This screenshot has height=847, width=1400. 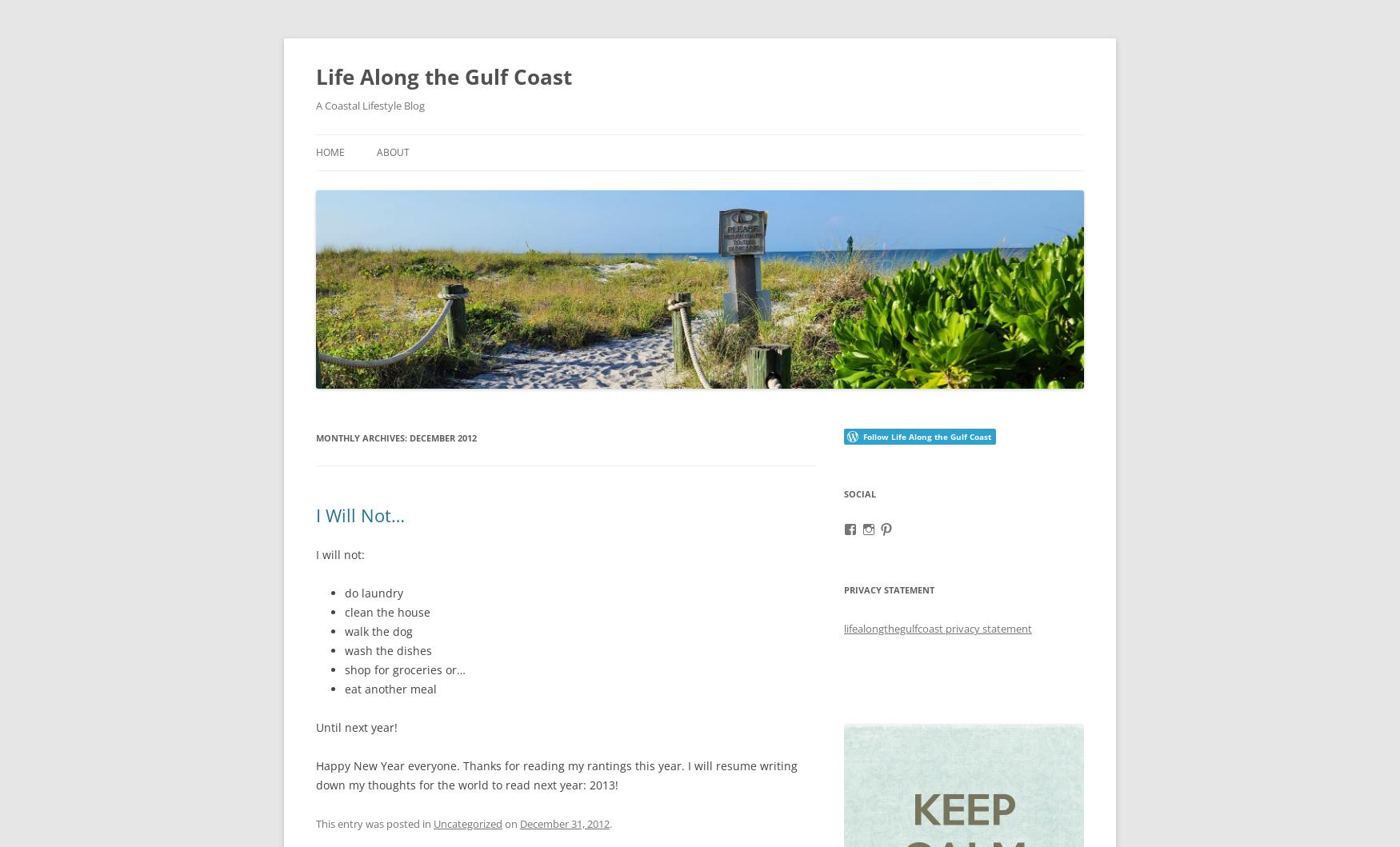 I want to click on 'Uncategorized', so click(x=468, y=822).